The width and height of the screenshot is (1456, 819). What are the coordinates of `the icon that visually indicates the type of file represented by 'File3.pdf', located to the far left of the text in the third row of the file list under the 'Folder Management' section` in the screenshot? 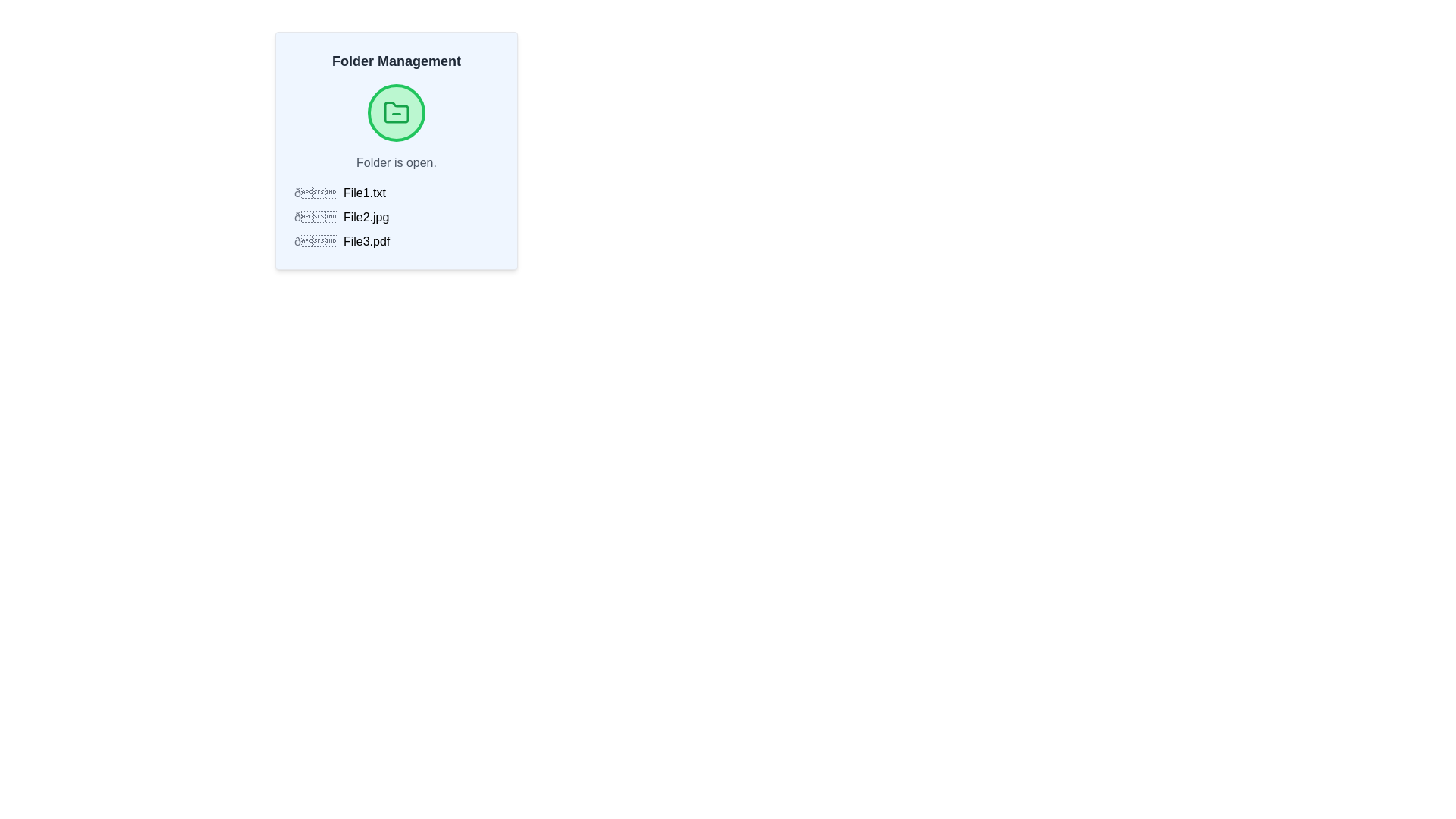 It's located at (315, 241).